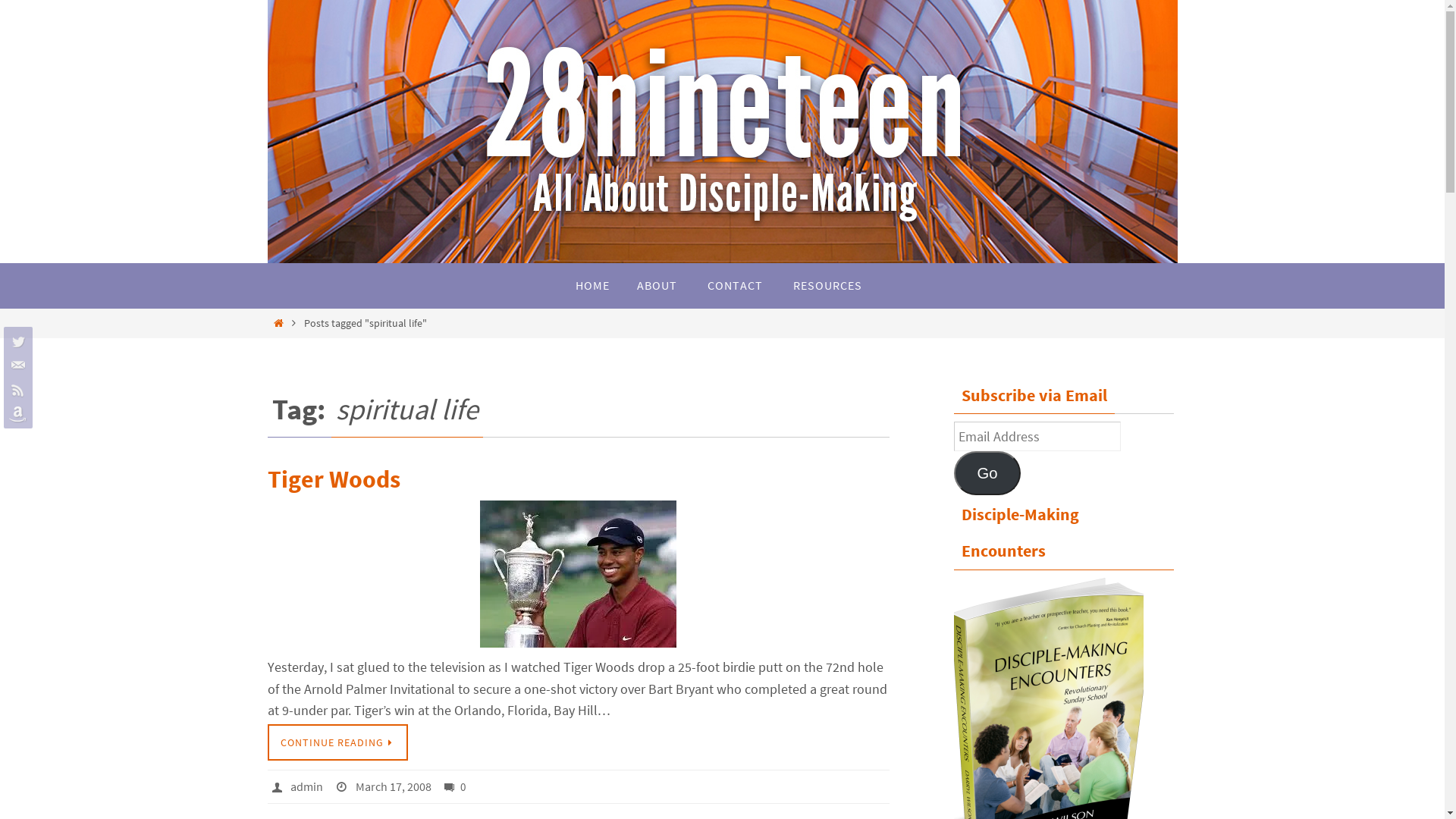 This screenshot has width=1456, height=819. Describe the element at coordinates (306, 786) in the screenshot. I see `'admin'` at that location.